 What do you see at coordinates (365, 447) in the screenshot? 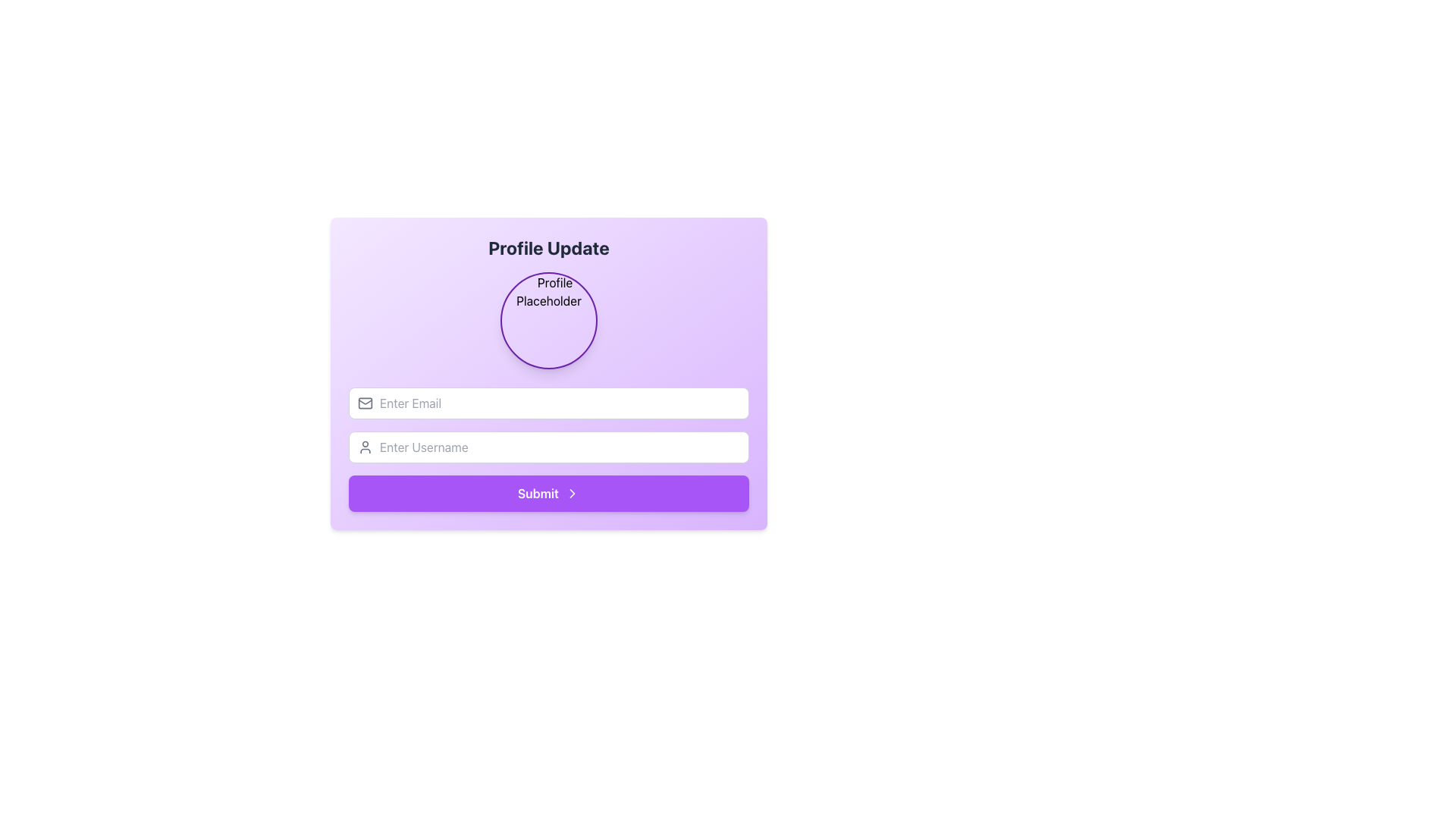
I see `the username input icon which is positioned to the left inside the username input field, accompanying the placeholder text 'Enter Username'` at bounding box center [365, 447].